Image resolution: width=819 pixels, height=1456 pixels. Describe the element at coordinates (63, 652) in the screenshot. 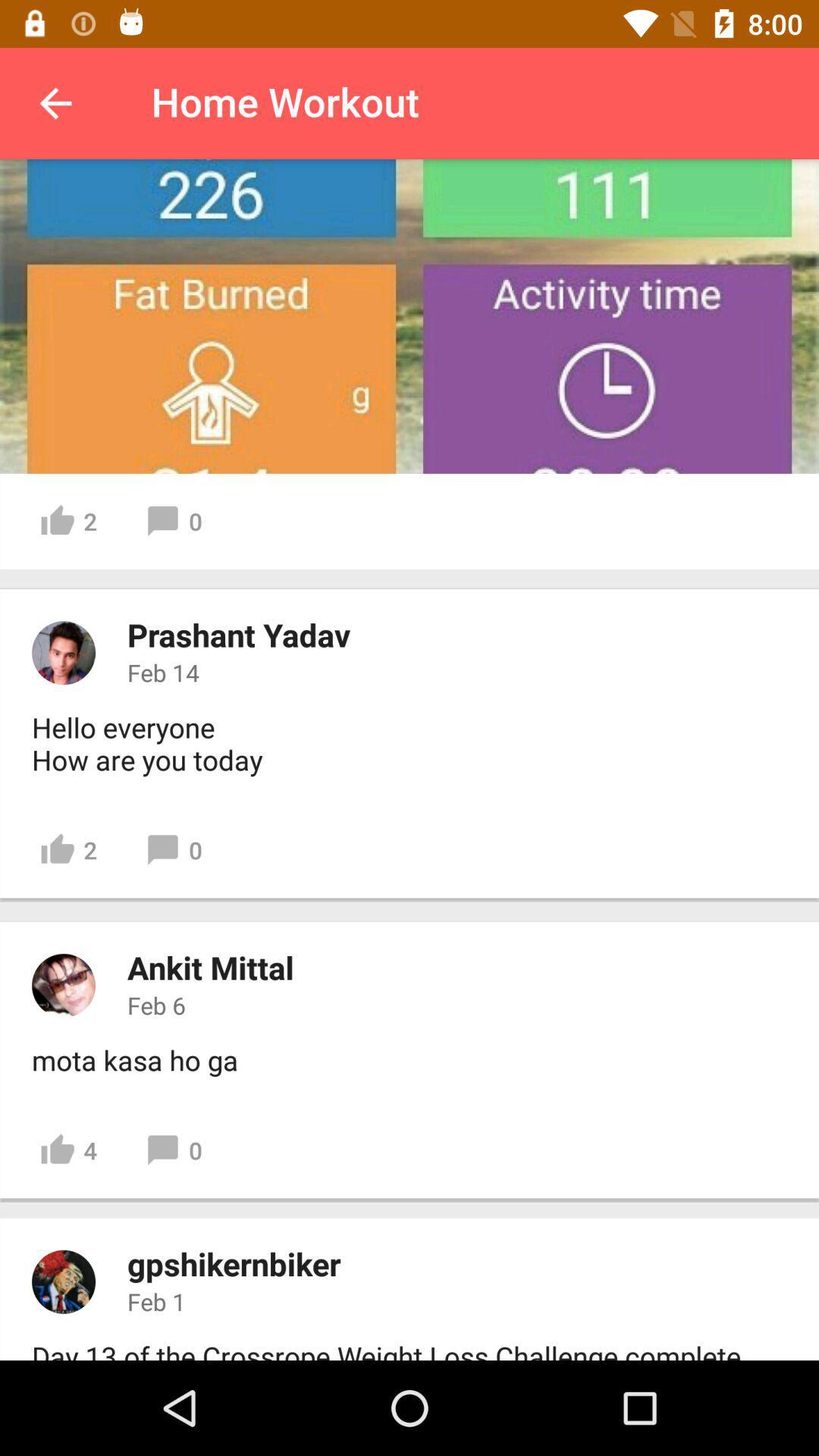

I see `photo of commentor` at that location.